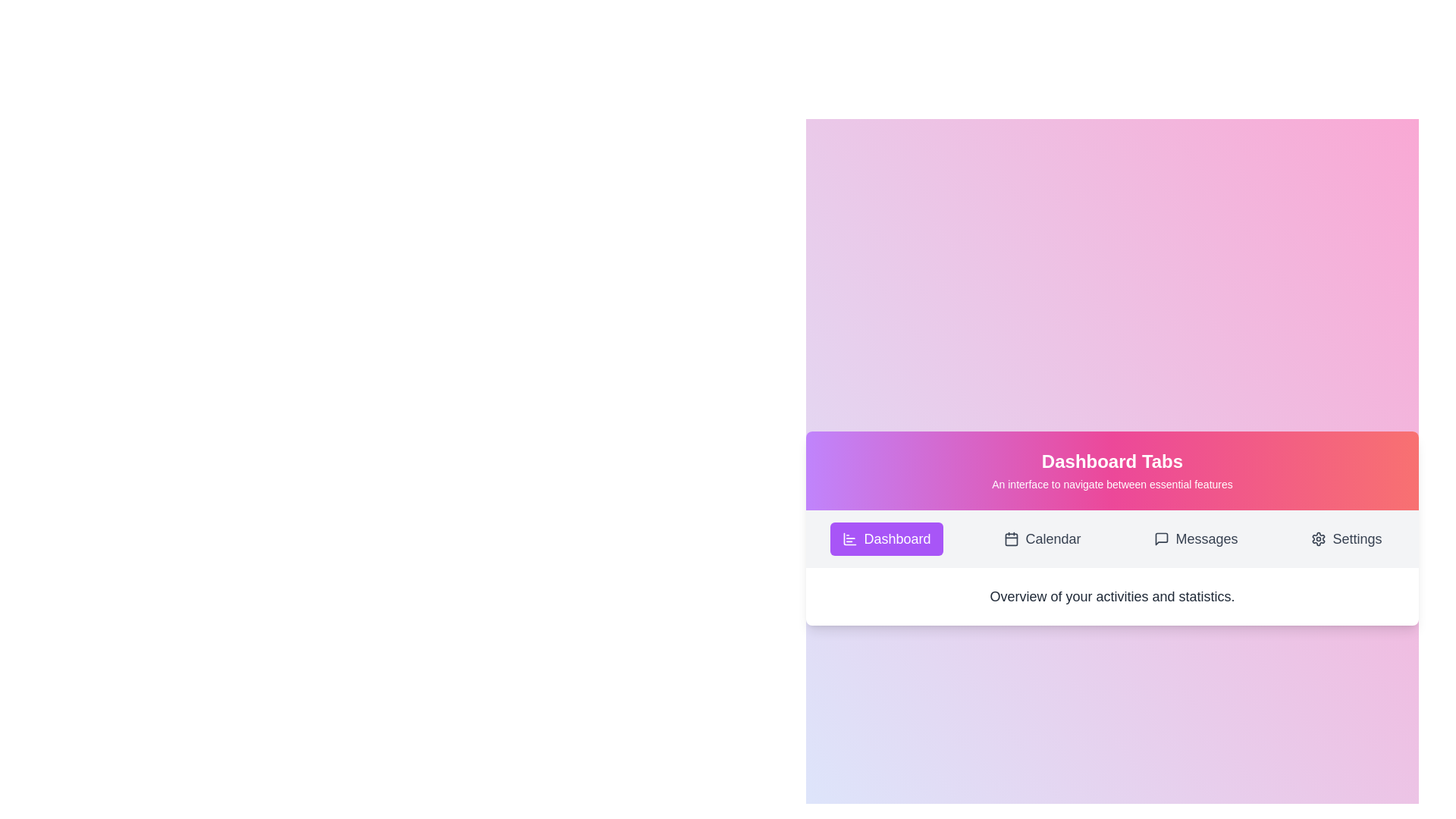 The height and width of the screenshot is (819, 1456). What do you see at coordinates (1161, 538) in the screenshot?
I see `the chat message square icon located to the left of the 'Messages' label in the horizontal navigation menu` at bounding box center [1161, 538].